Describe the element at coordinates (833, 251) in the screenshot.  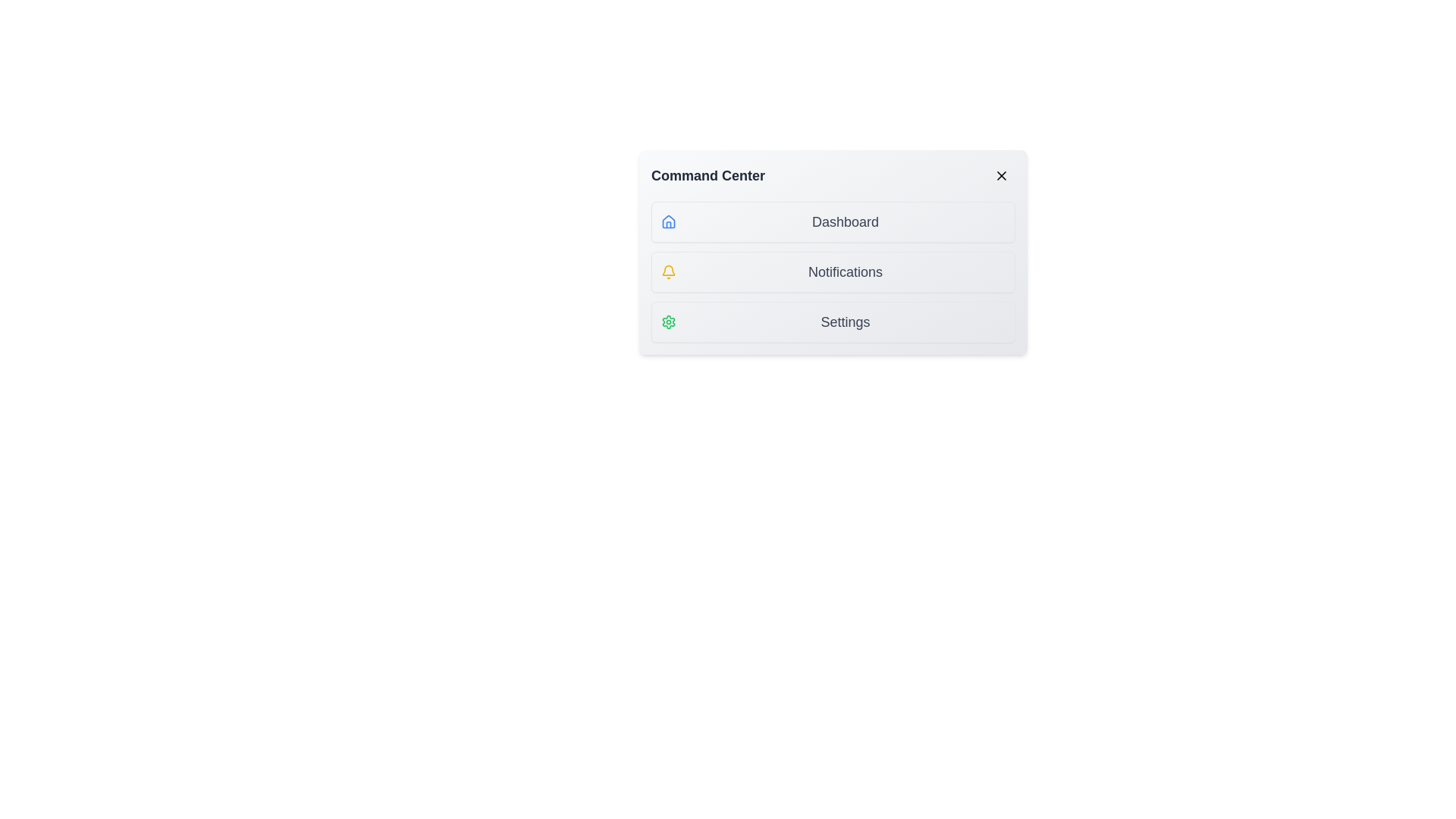
I see `the menu box that presents quick access options for functionalities like navigating to the dashboard, viewing notifications, and accessing settings to potentially reveal more details` at that location.